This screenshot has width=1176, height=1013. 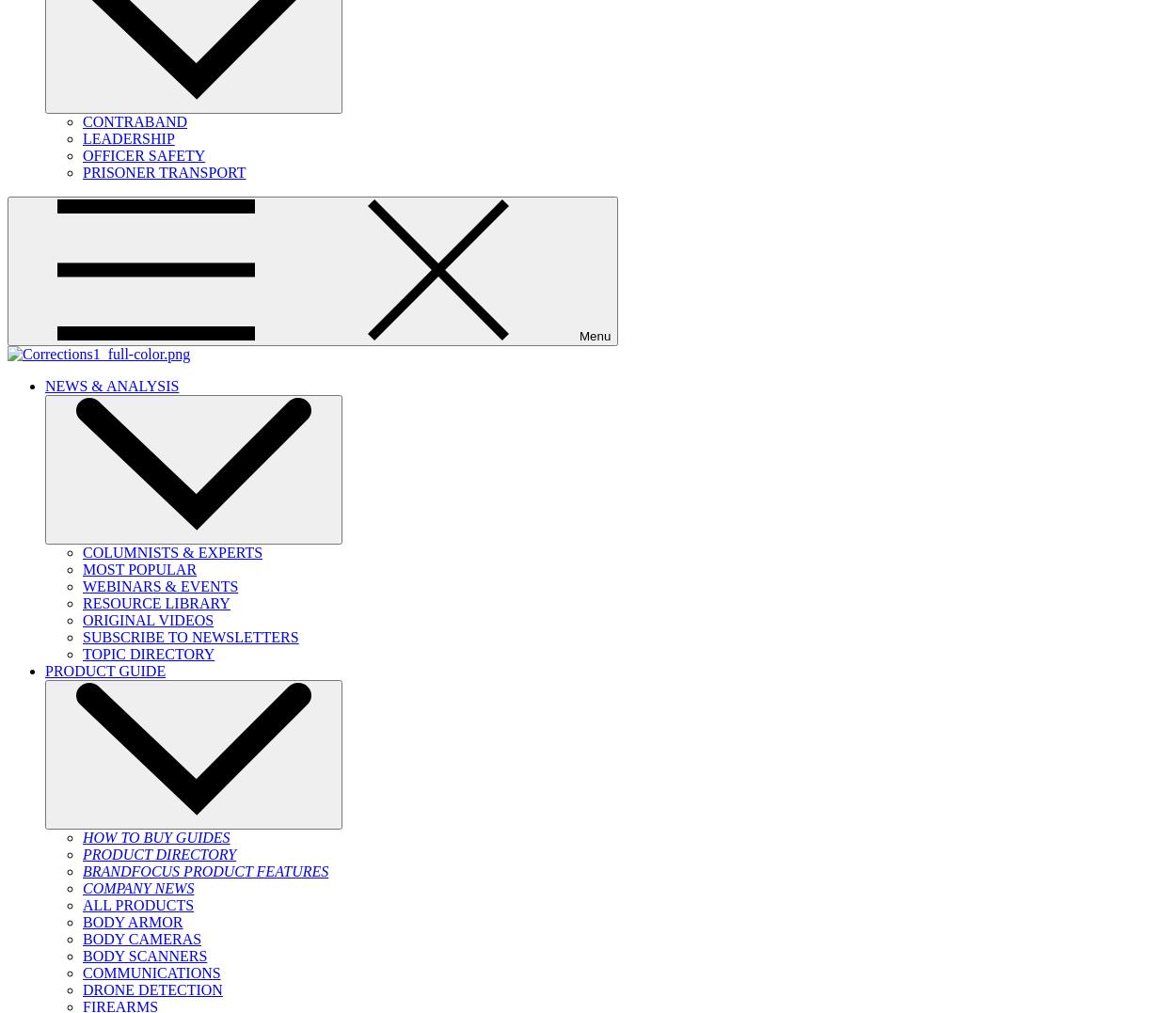 I want to click on 'CONTRABAND', so click(x=135, y=121).